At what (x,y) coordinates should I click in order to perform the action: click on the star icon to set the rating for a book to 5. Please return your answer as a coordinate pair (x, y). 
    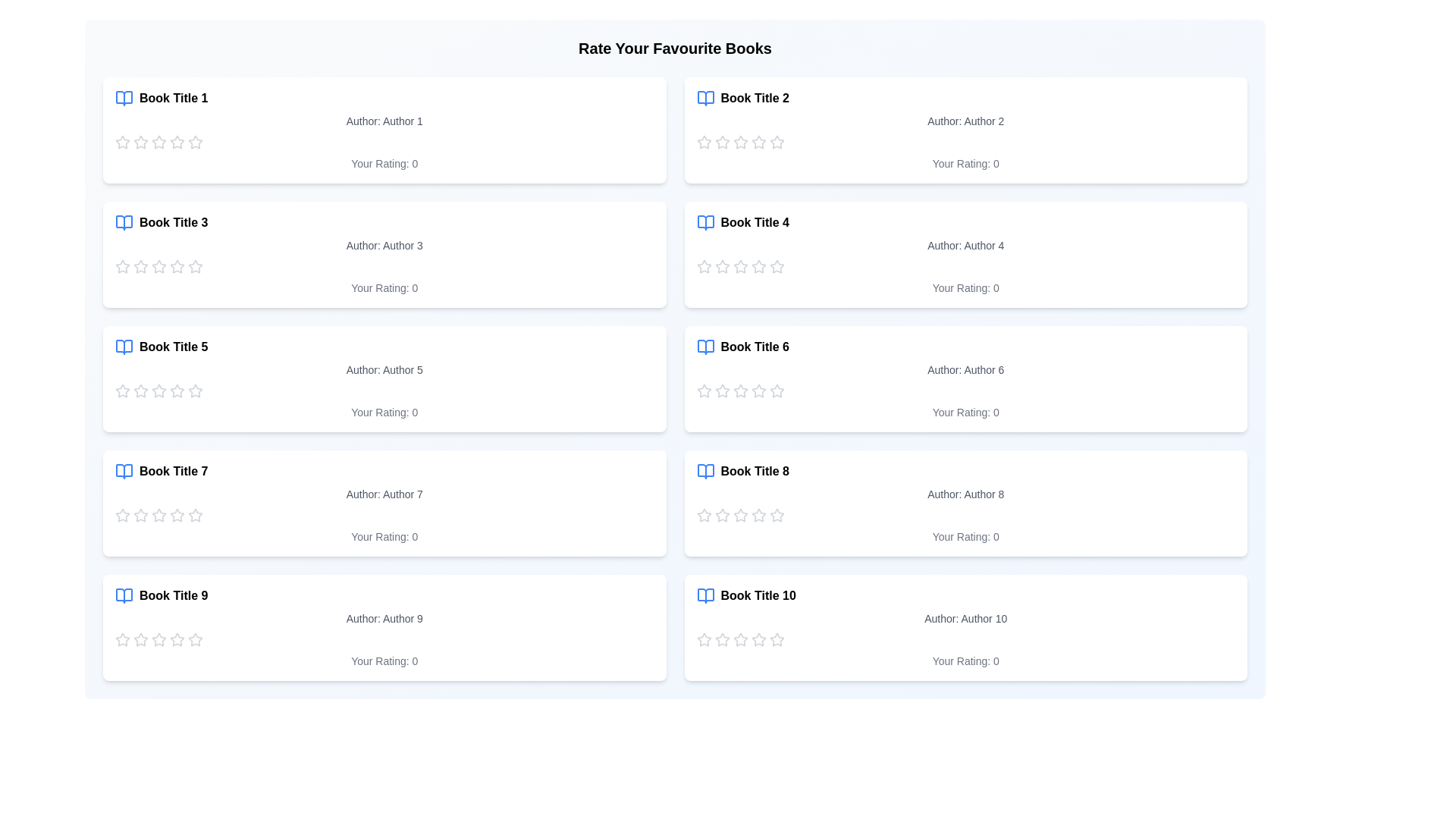
    Looking at the image, I should click on (195, 143).